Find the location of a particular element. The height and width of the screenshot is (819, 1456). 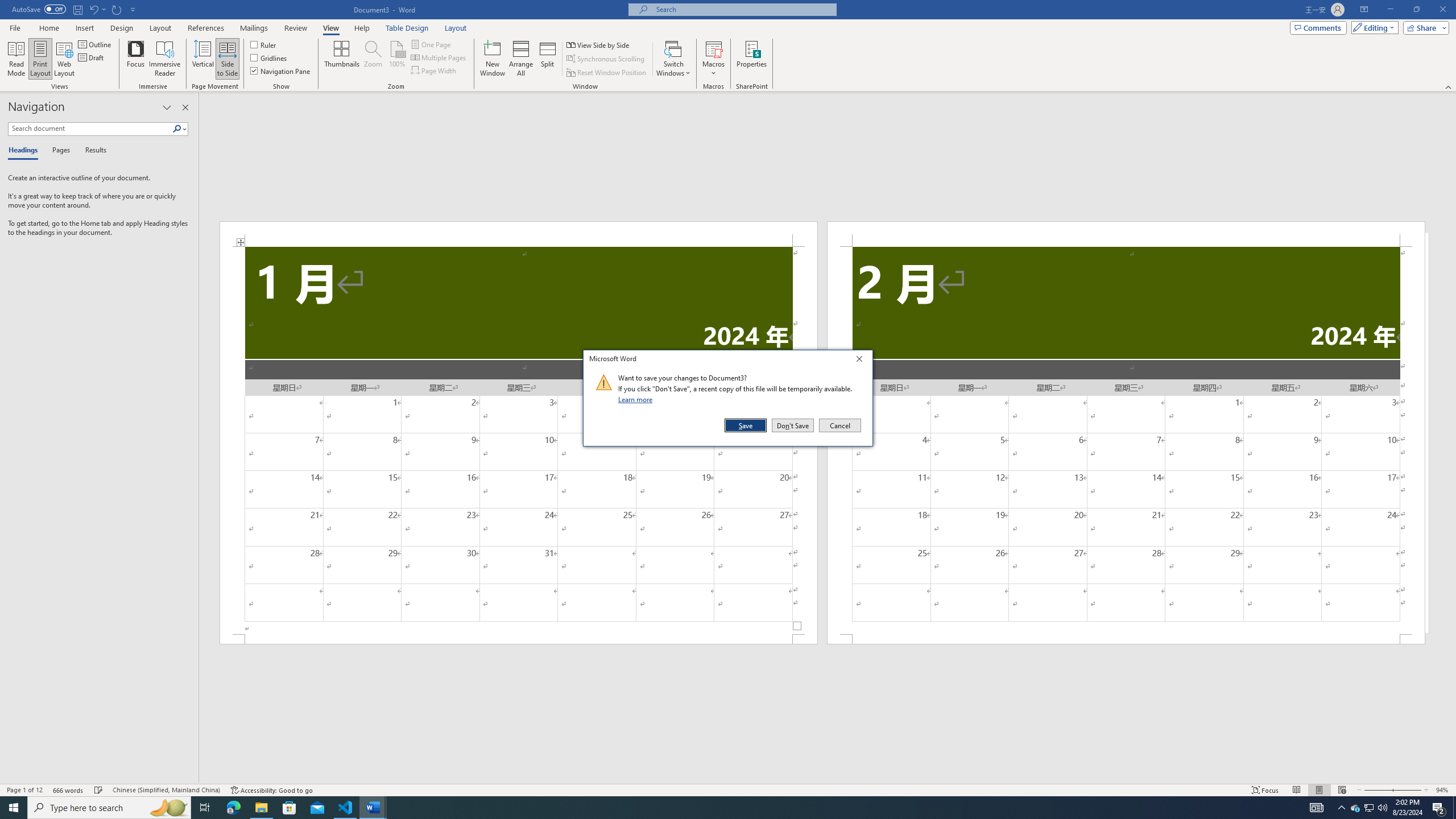

'Undo Increase Indent' is located at coordinates (97, 9).